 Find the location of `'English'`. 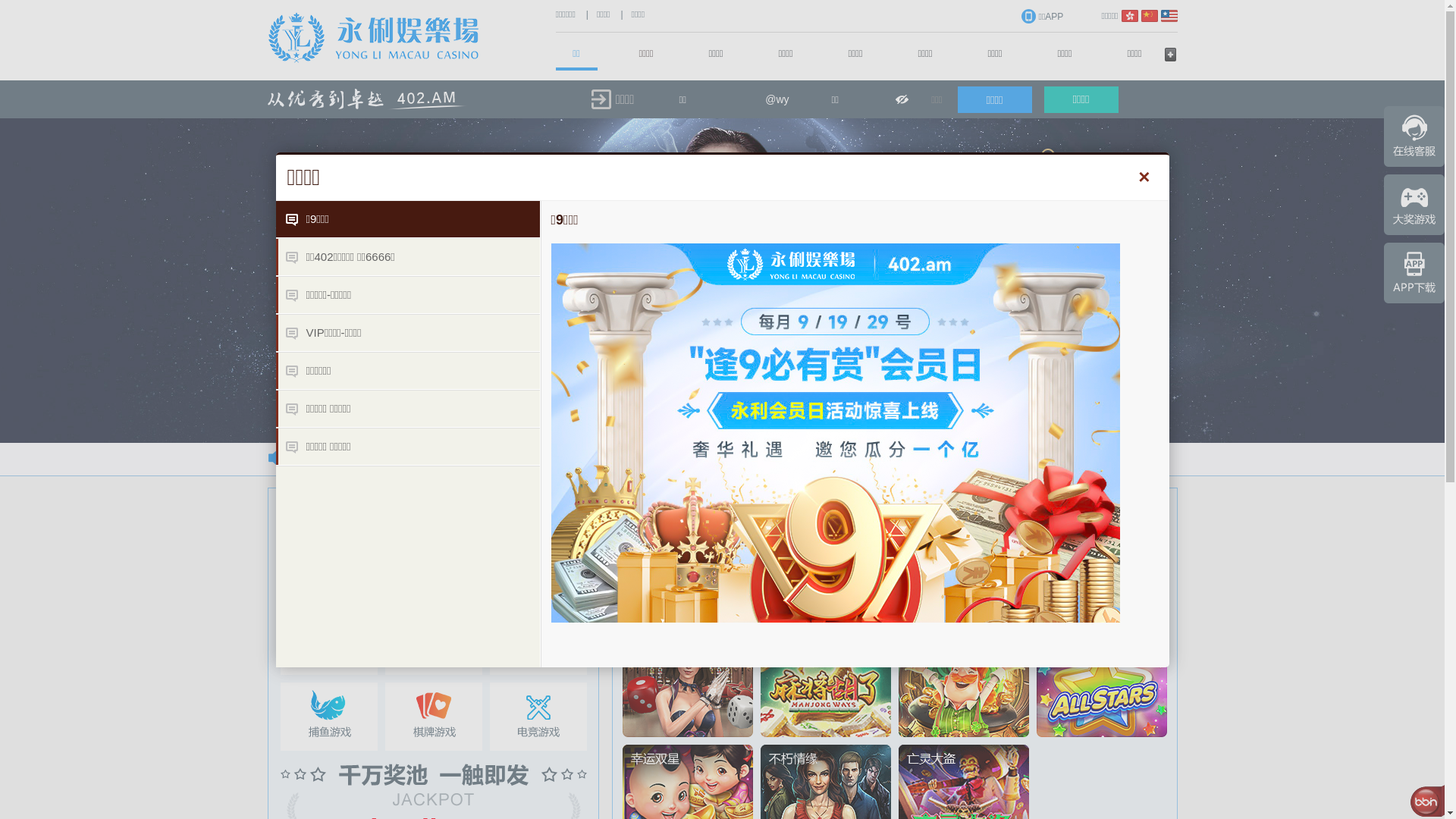

'English' is located at coordinates (1167, 15).